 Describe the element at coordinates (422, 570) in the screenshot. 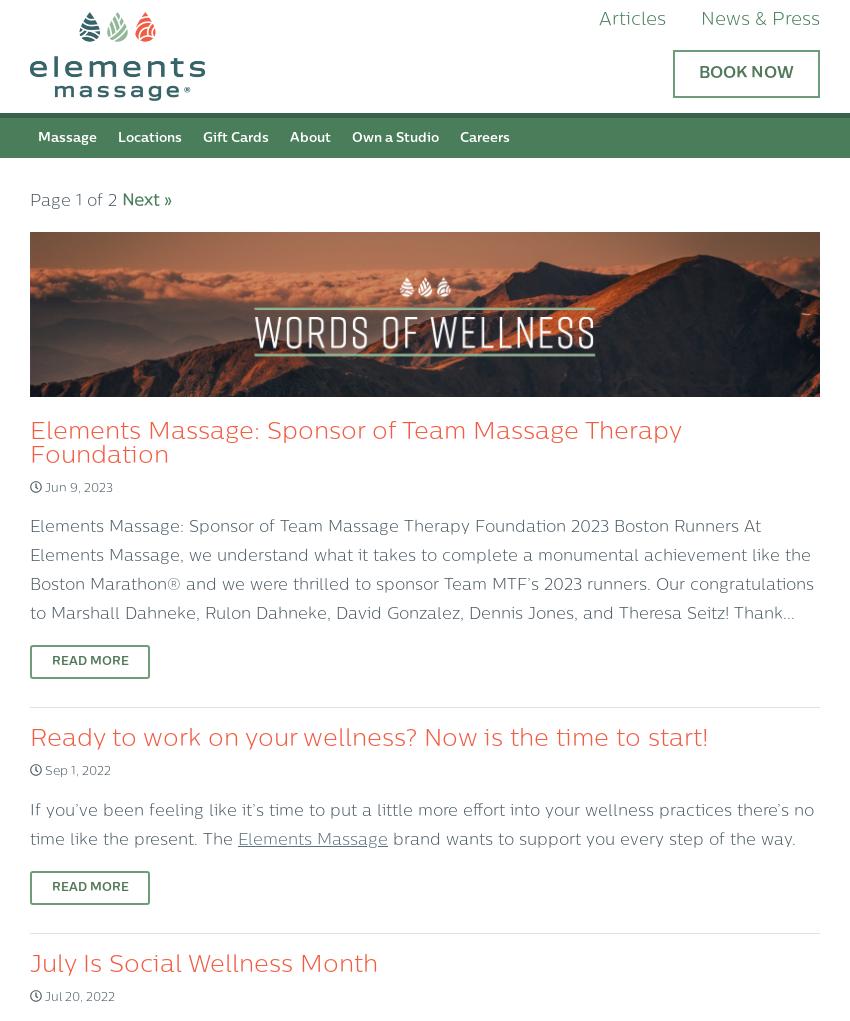

I see `'Elements Massage: Sponsor of Team Massage Therapy Foundation 2023 Boston Runners

At Elements Massage, we understand what it takes to complete a monumental achievement like the Boston Marathon® and we were thrilled to sponsor Team MTF’s 2023 runners. Our congratulations to Marshall Dahneke, Rulon Dahneke, David Gonzalez, Dennis Jones, and Theresa Seitz! Thank...'` at that location.